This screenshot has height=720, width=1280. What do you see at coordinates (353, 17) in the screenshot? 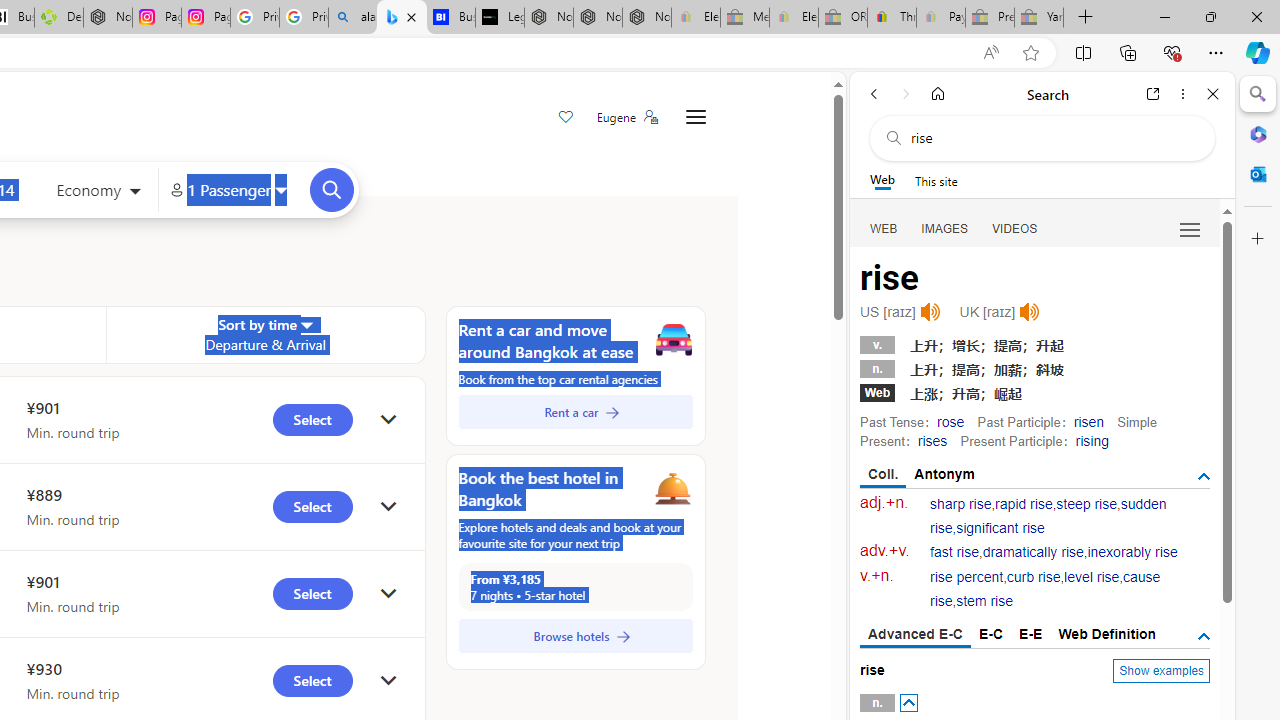
I see `'alabama high school quarterback dies - Search'` at bounding box center [353, 17].